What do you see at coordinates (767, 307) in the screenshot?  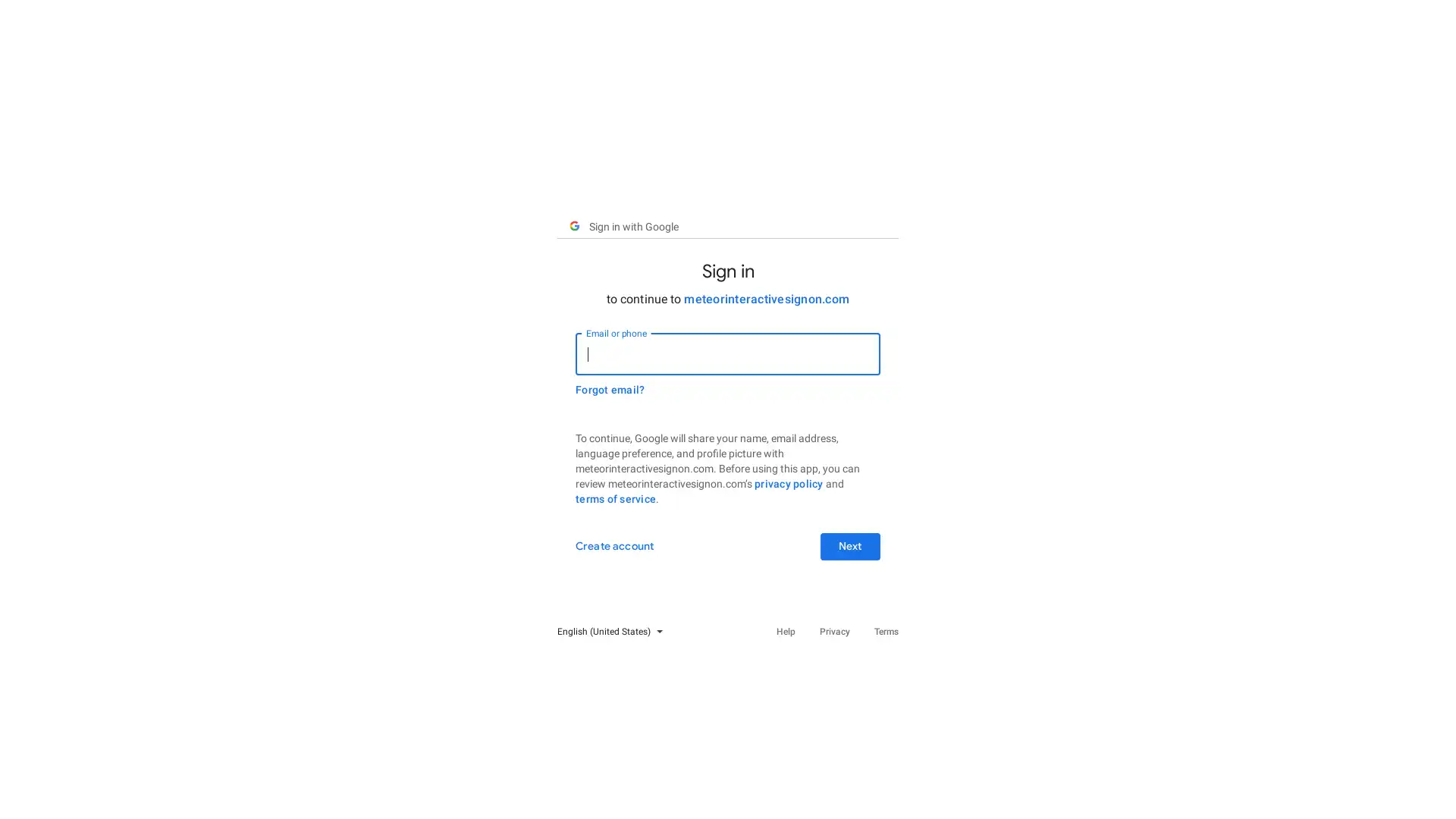 I see `meteorinteractivesignon.com` at bounding box center [767, 307].